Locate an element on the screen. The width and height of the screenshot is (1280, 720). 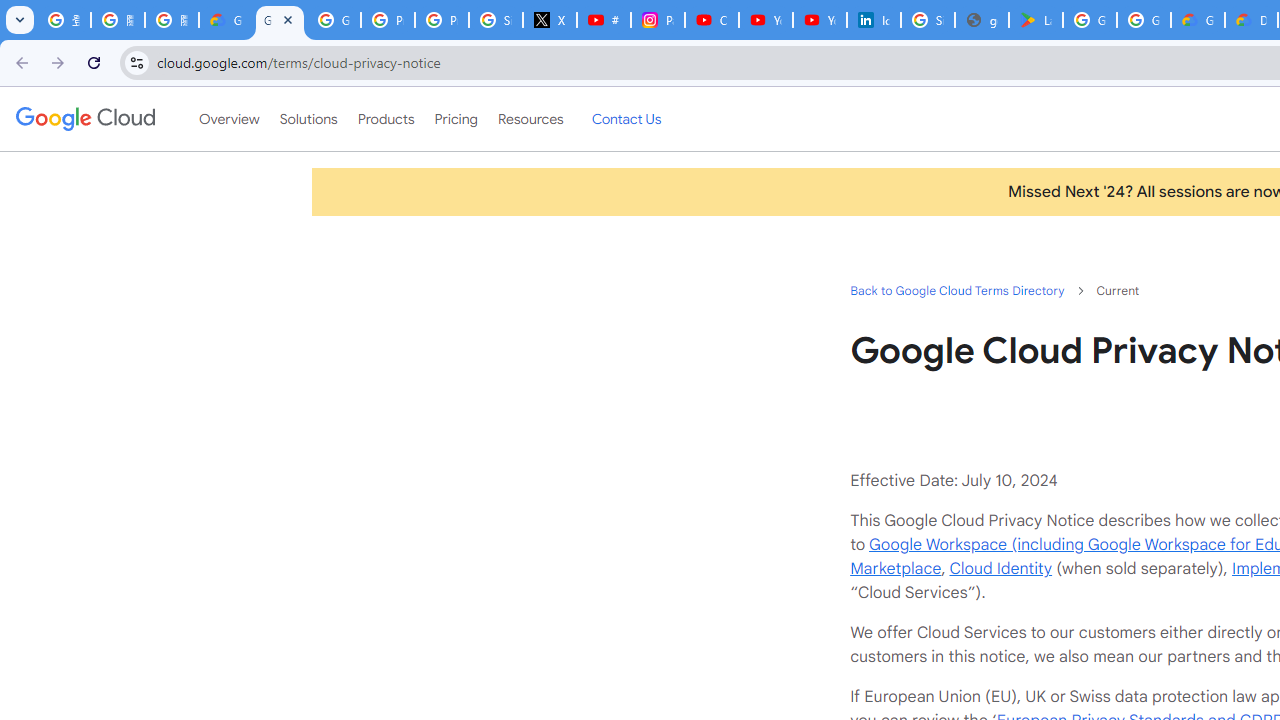
'Back to Google Cloud Terms Directory' is located at coordinates (956, 290).